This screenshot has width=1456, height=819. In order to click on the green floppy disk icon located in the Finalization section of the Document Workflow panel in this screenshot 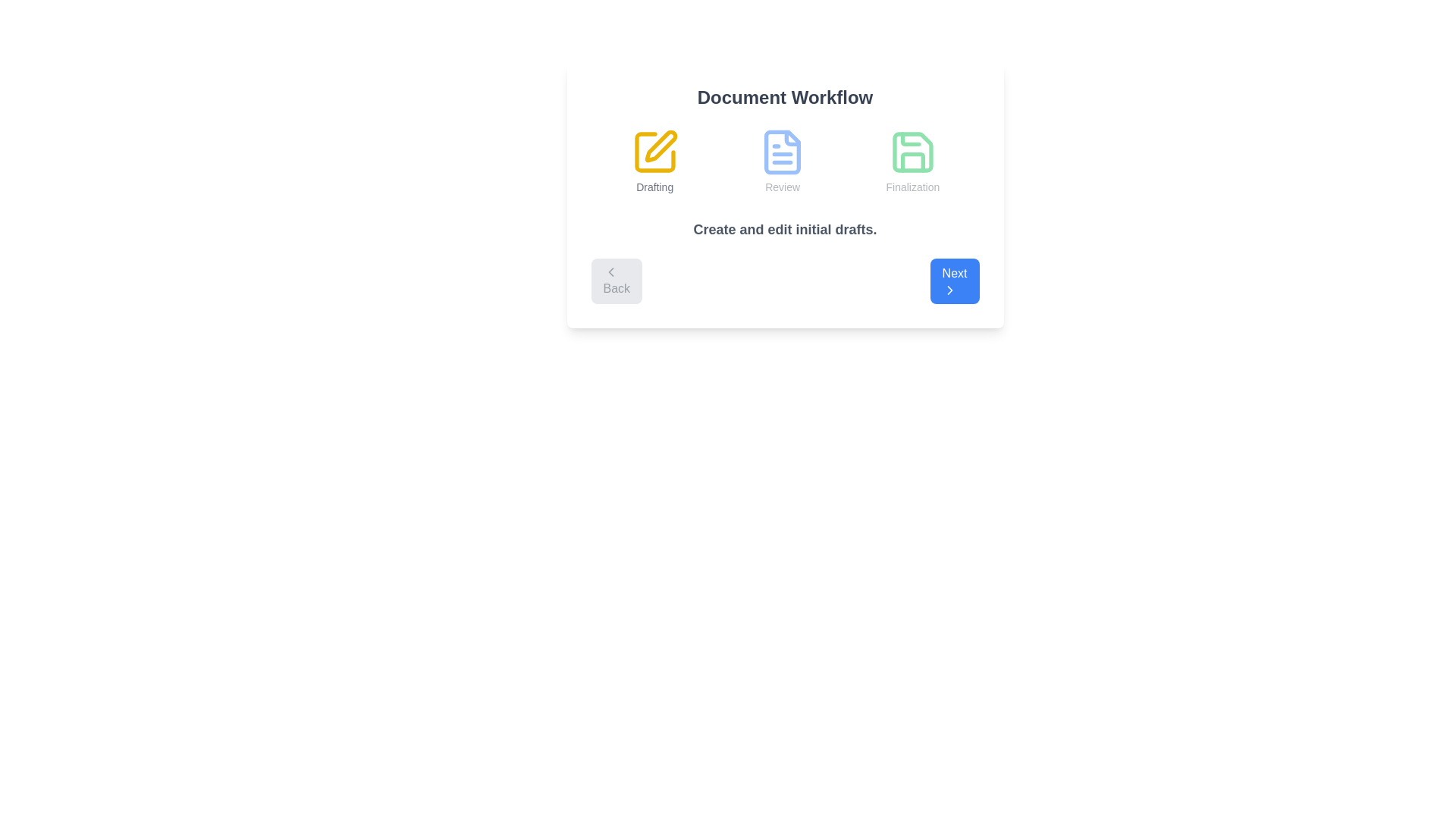, I will do `click(912, 152)`.